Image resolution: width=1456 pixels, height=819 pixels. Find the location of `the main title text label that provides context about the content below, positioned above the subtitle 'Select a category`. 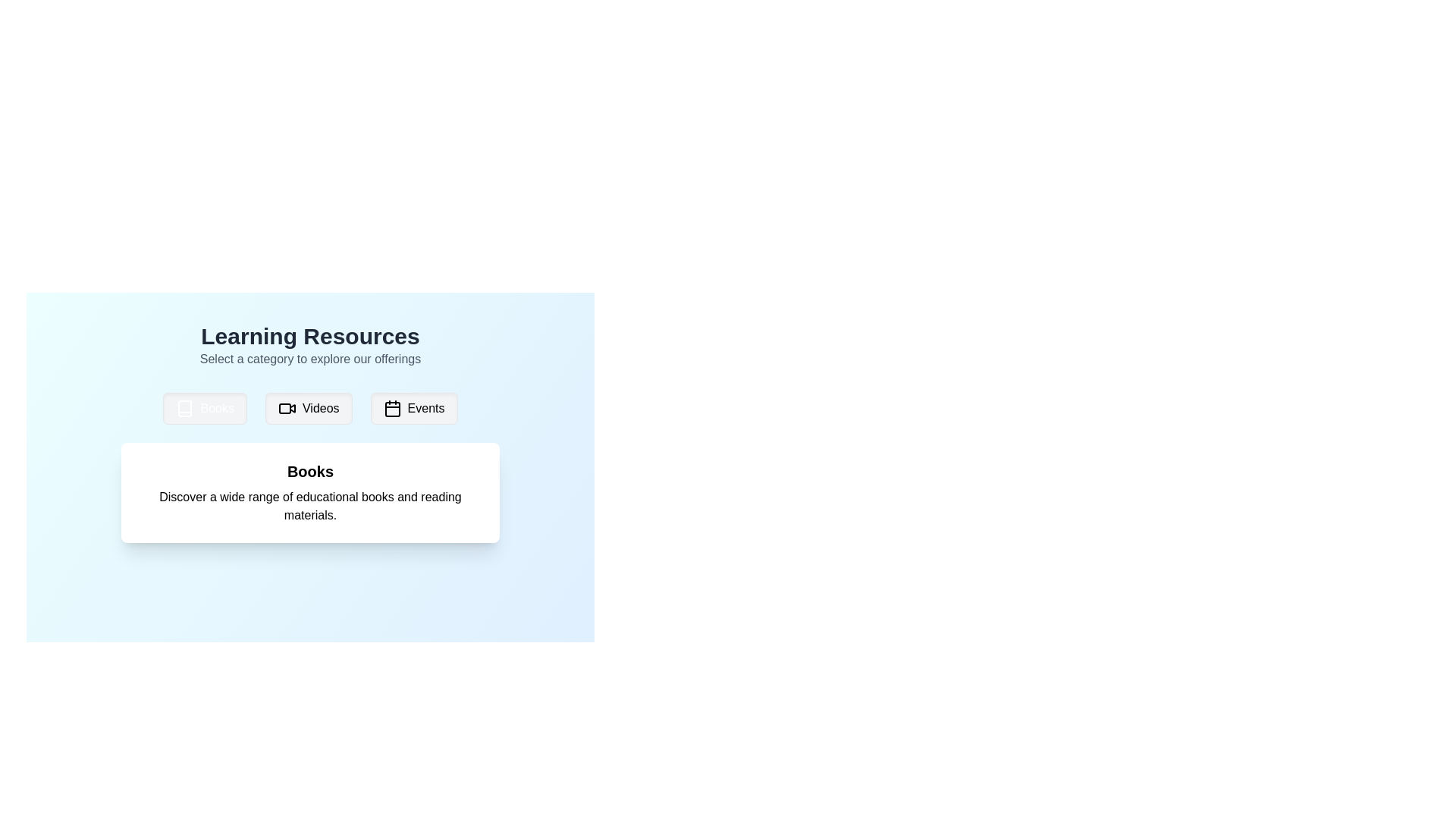

the main title text label that provides context about the content below, positioned above the subtitle 'Select a category is located at coordinates (309, 335).